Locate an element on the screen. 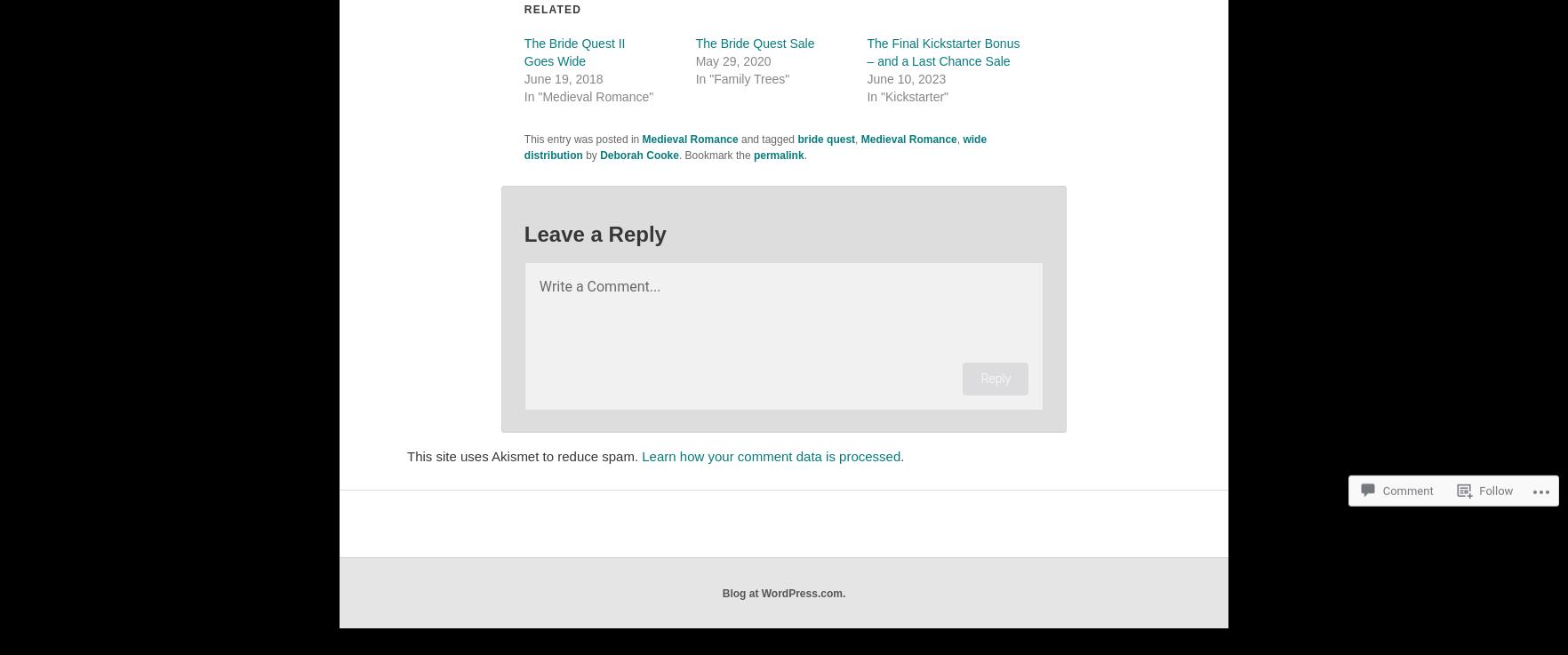 This screenshot has height=655, width=1568. 'This site uses Akismet to reduce spam.' is located at coordinates (524, 455).